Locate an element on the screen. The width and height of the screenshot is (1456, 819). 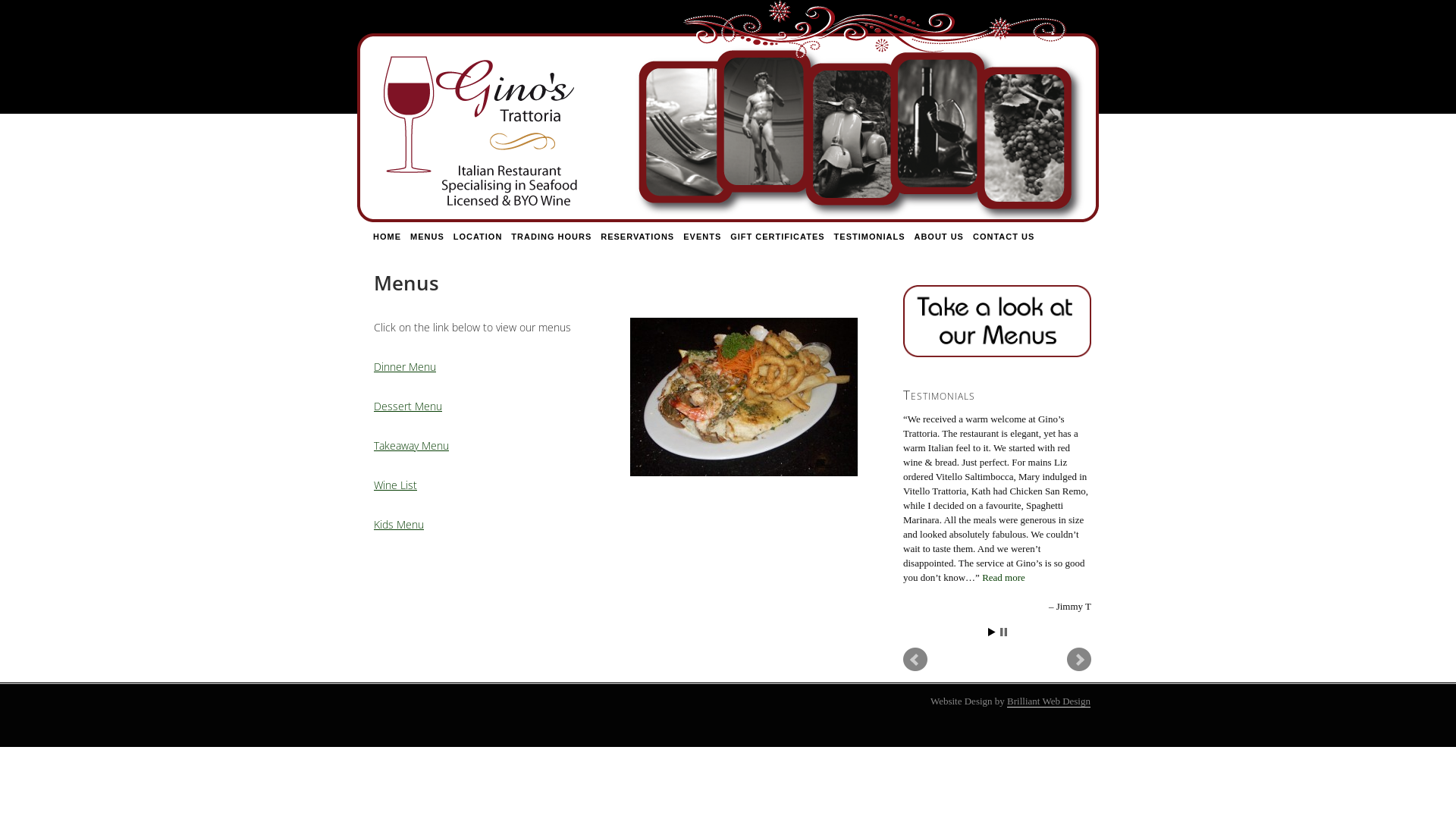
'TESTIMONIALS' is located at coordinates (870, 237).